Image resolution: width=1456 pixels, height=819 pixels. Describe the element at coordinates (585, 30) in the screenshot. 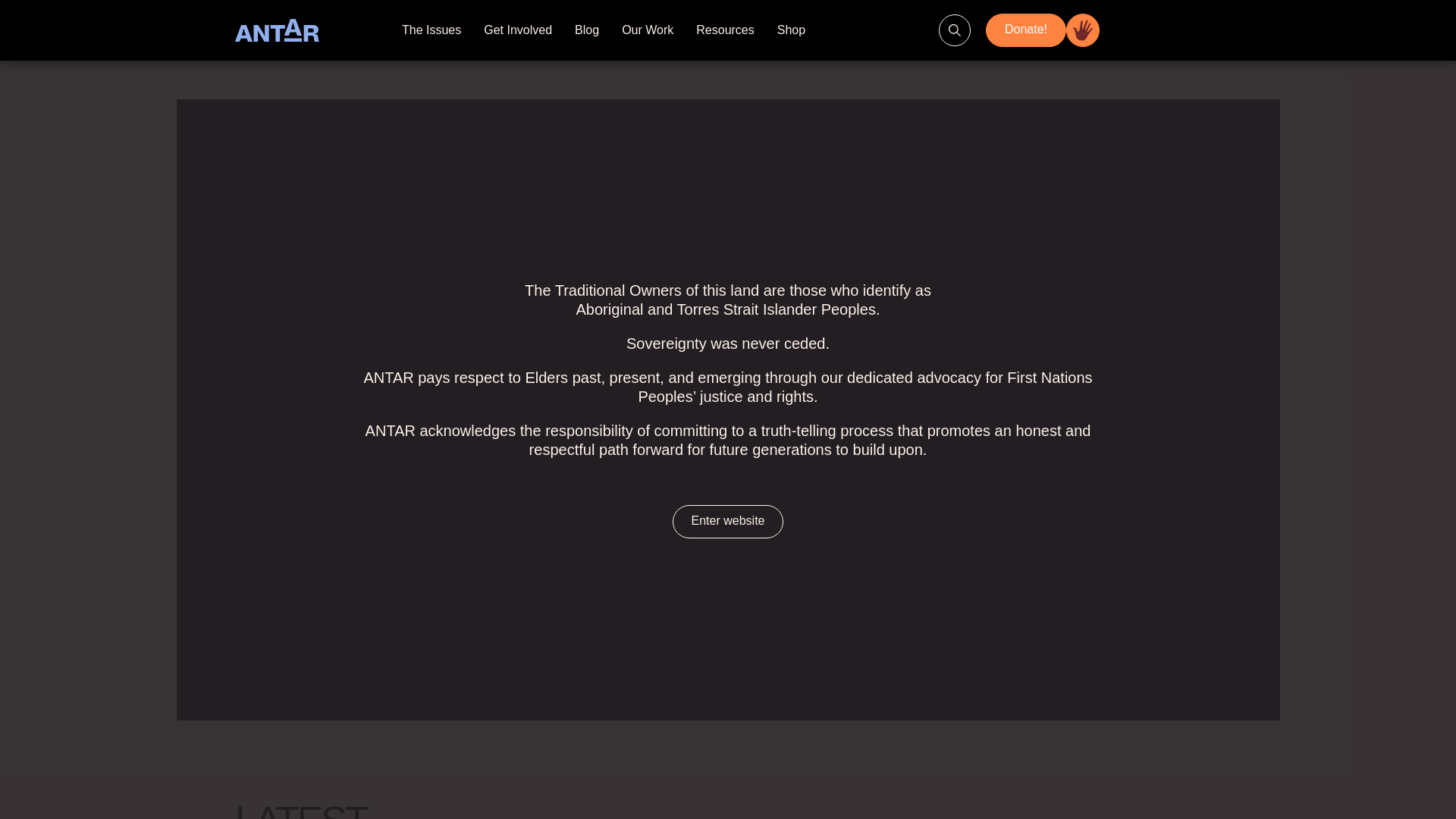

I see `'Blog'` at that location.